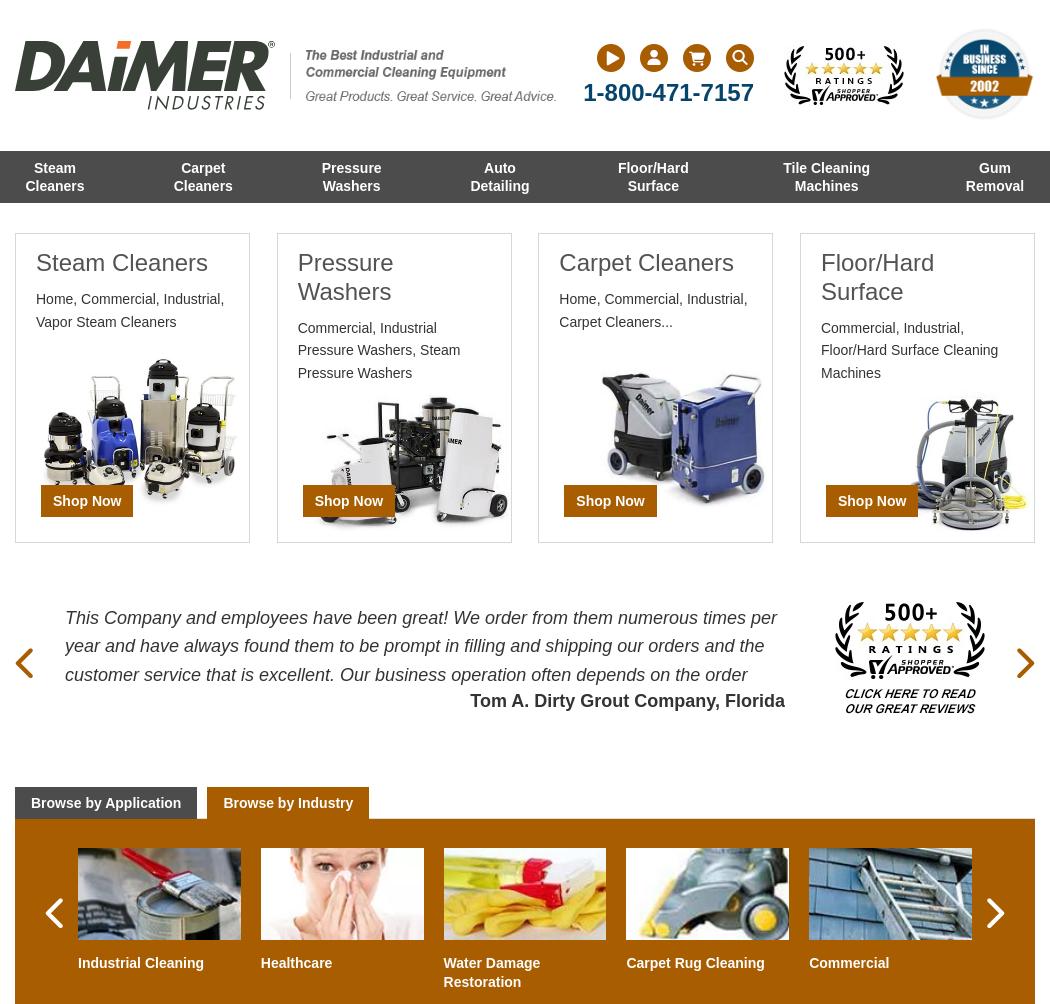 The width and height of the screenshot is (1050, 1004). Describe the element at coordinates (994, 176) in the screenshot. I see `'Gum Removal'` at that location.